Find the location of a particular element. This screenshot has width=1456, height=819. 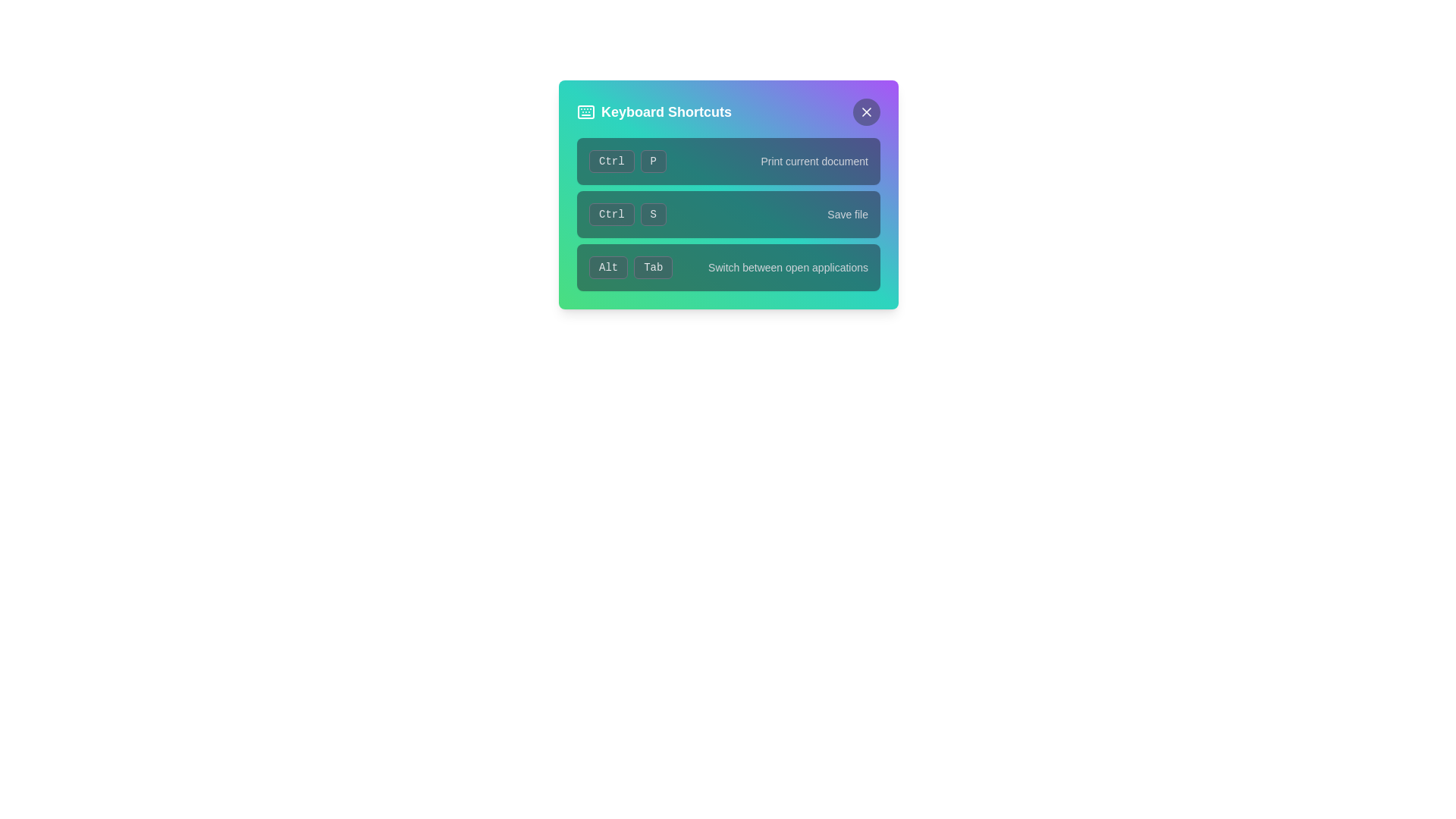

the close button located in the top-right corner of the 'Keyboard Shortcuts' modal to trigger a visual effect is located at coordinates (866, 111).